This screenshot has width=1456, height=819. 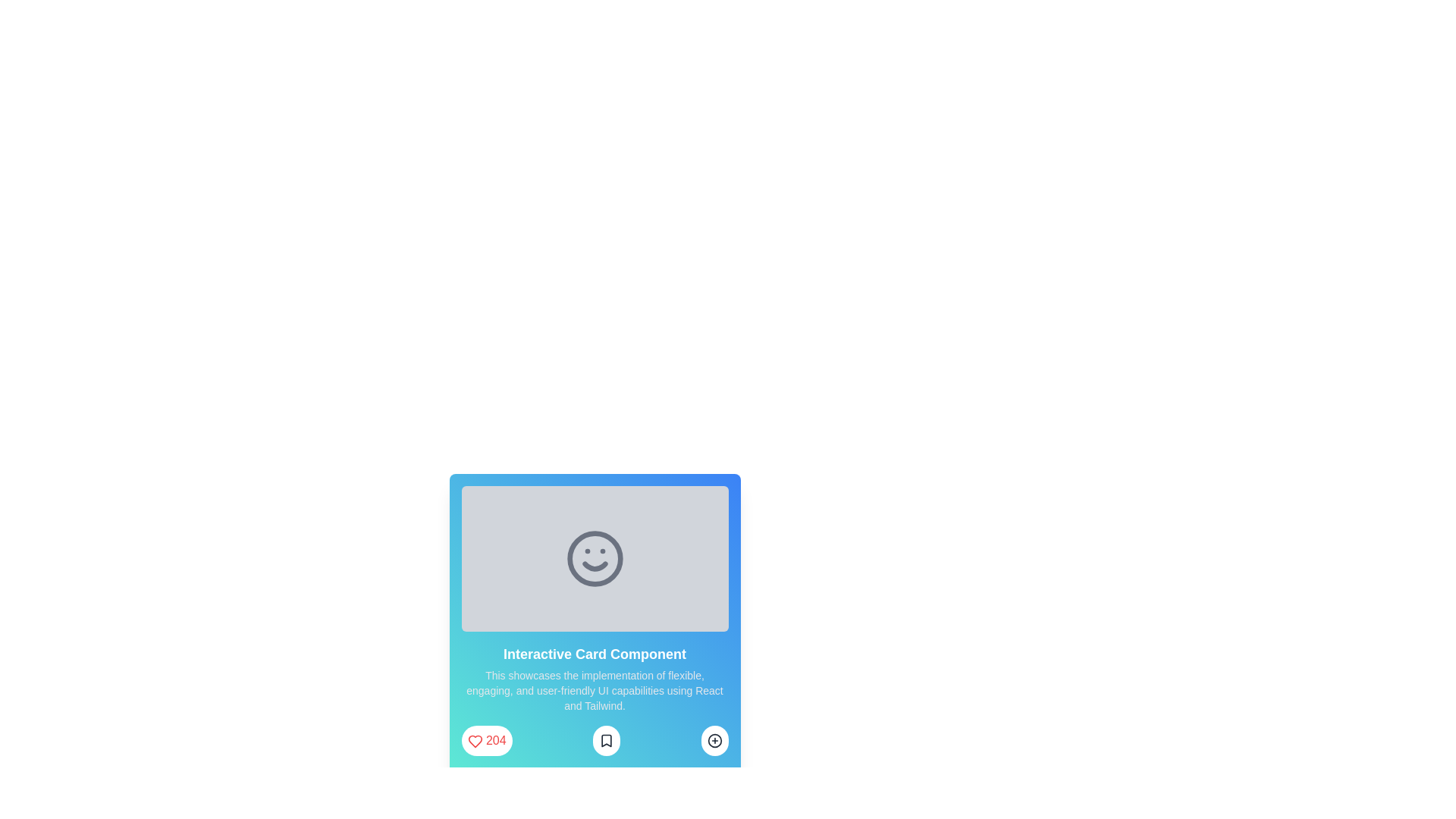 What do you see at coordinates (607, 739) in the screenshot?
I see `the bookmark-like icon, which is the second from the left among three icons in the bottom section of a card interface, positioned between a heart icon and a plus icon` at bounding box center [607, 739].